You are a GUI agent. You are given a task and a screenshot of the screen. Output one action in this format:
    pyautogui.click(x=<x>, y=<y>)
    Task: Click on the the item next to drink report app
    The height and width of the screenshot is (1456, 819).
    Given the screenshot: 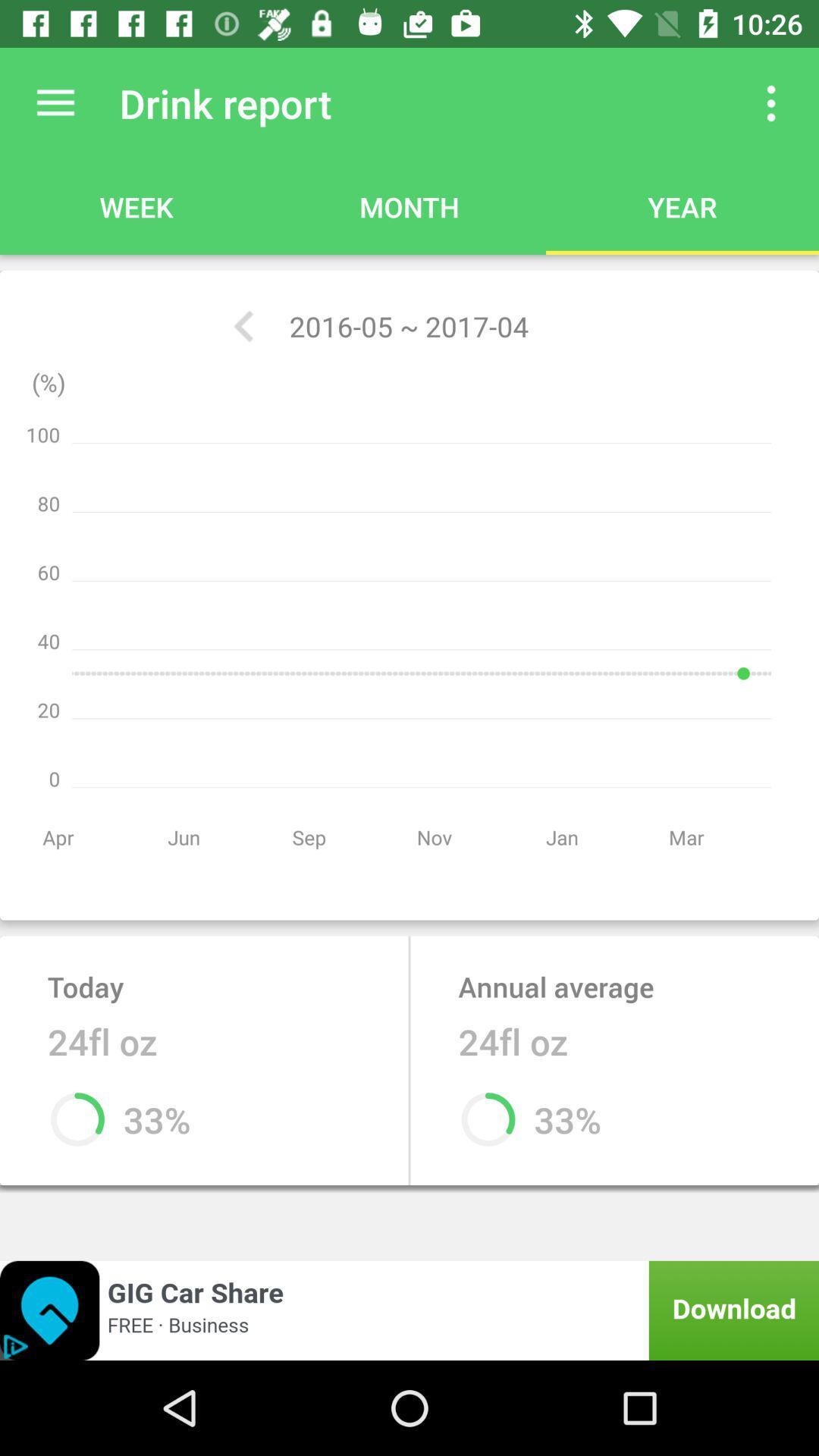 What is the action you would take?
    pyautogui.click(x=55, y=102)
    